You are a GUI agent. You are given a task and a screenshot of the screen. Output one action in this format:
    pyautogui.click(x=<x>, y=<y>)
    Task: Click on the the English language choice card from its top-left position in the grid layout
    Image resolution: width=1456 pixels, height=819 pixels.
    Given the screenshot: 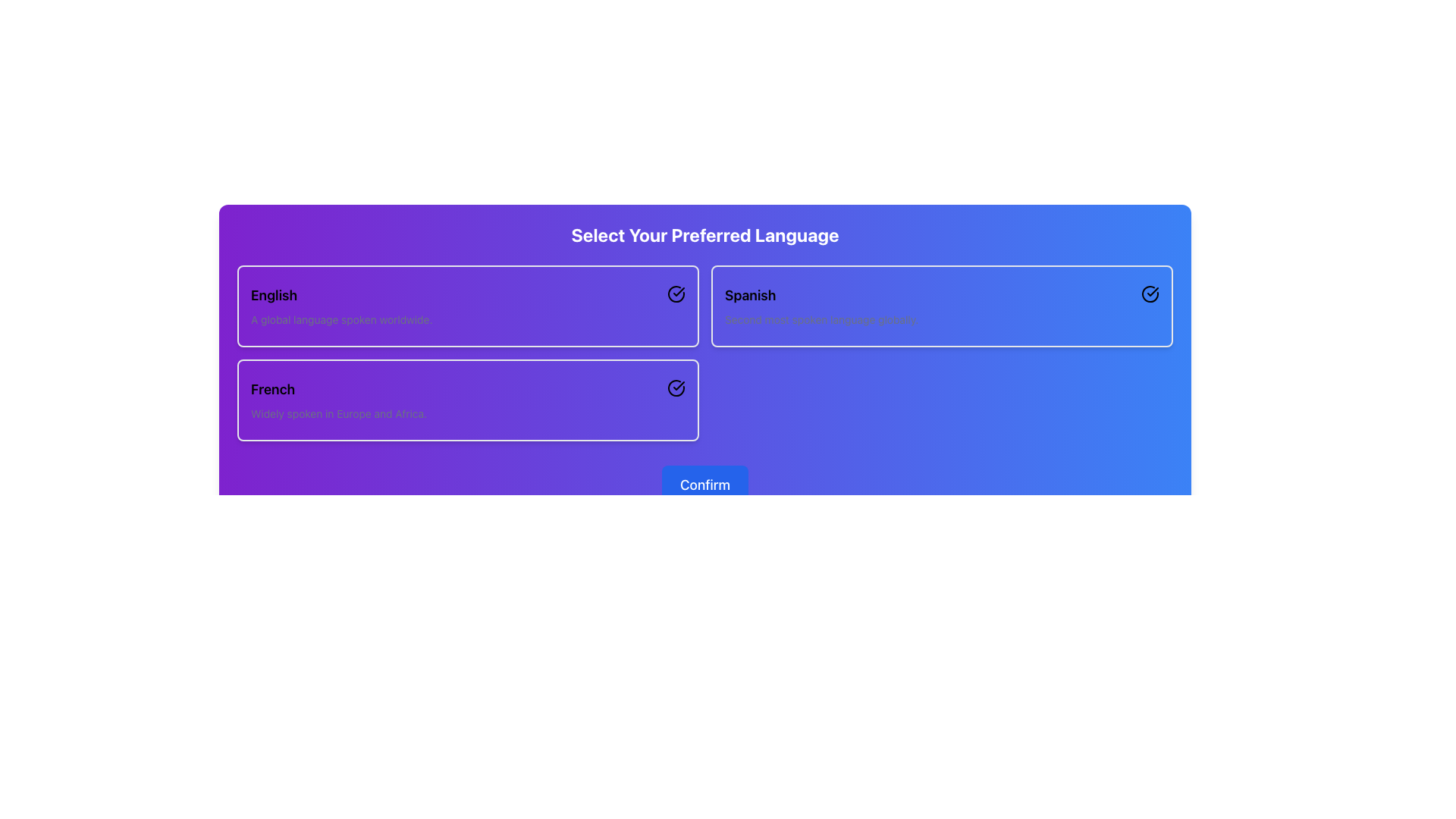 What is the action you would take?
    pyautogui.click(x=467, y=306)
    